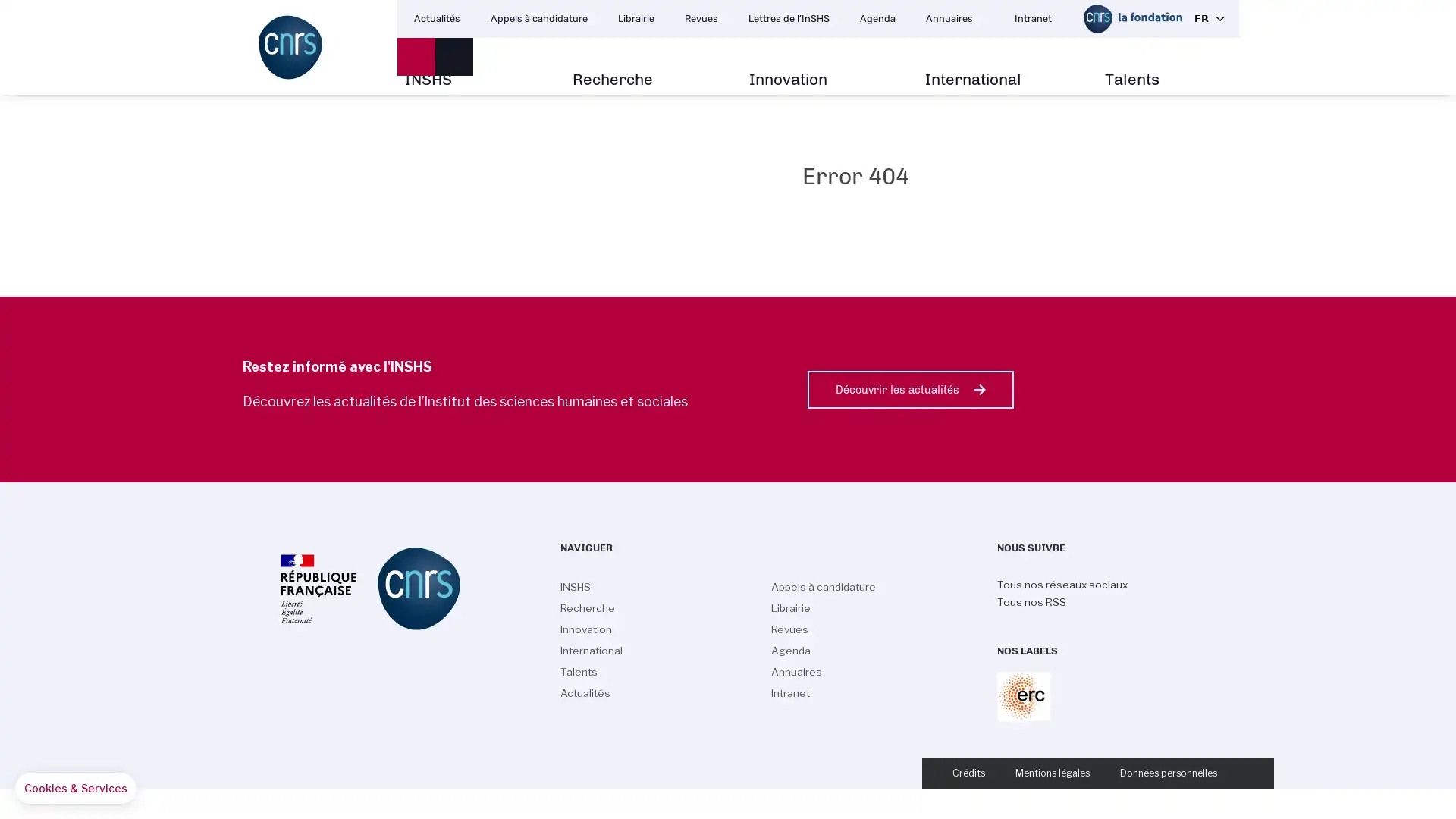 The image size is (1456, 819). I want to click on Manage your preferences about cookies, so click(75, 786).